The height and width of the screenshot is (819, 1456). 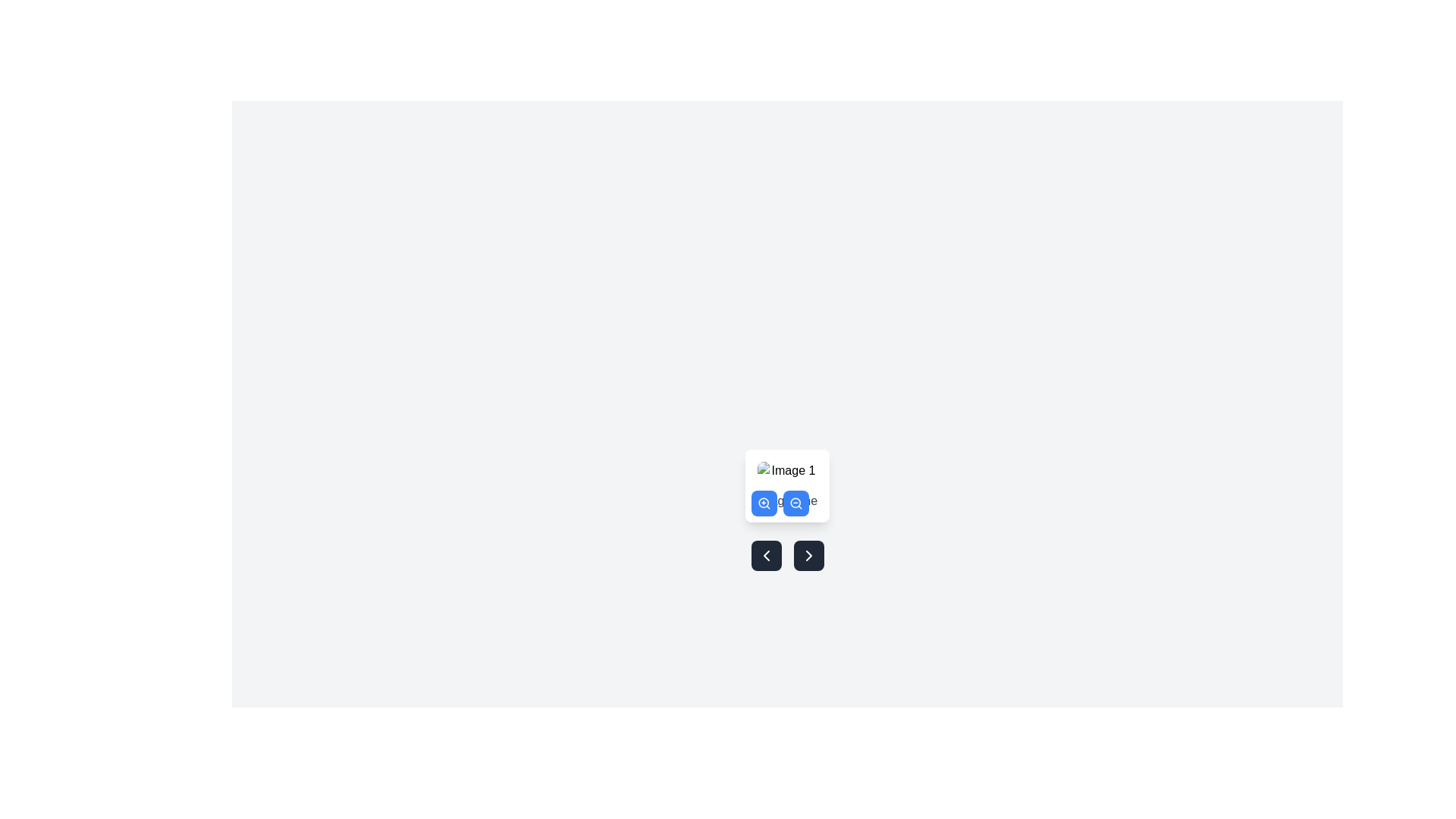 What do you see at coordinates (808, 555) in the screenshot?
I see `the right-facing chevron icon, styled as an SVG graphic, located inside a rounded rectangular button at the bottom right of the interface` at bounding box center [808, 555].